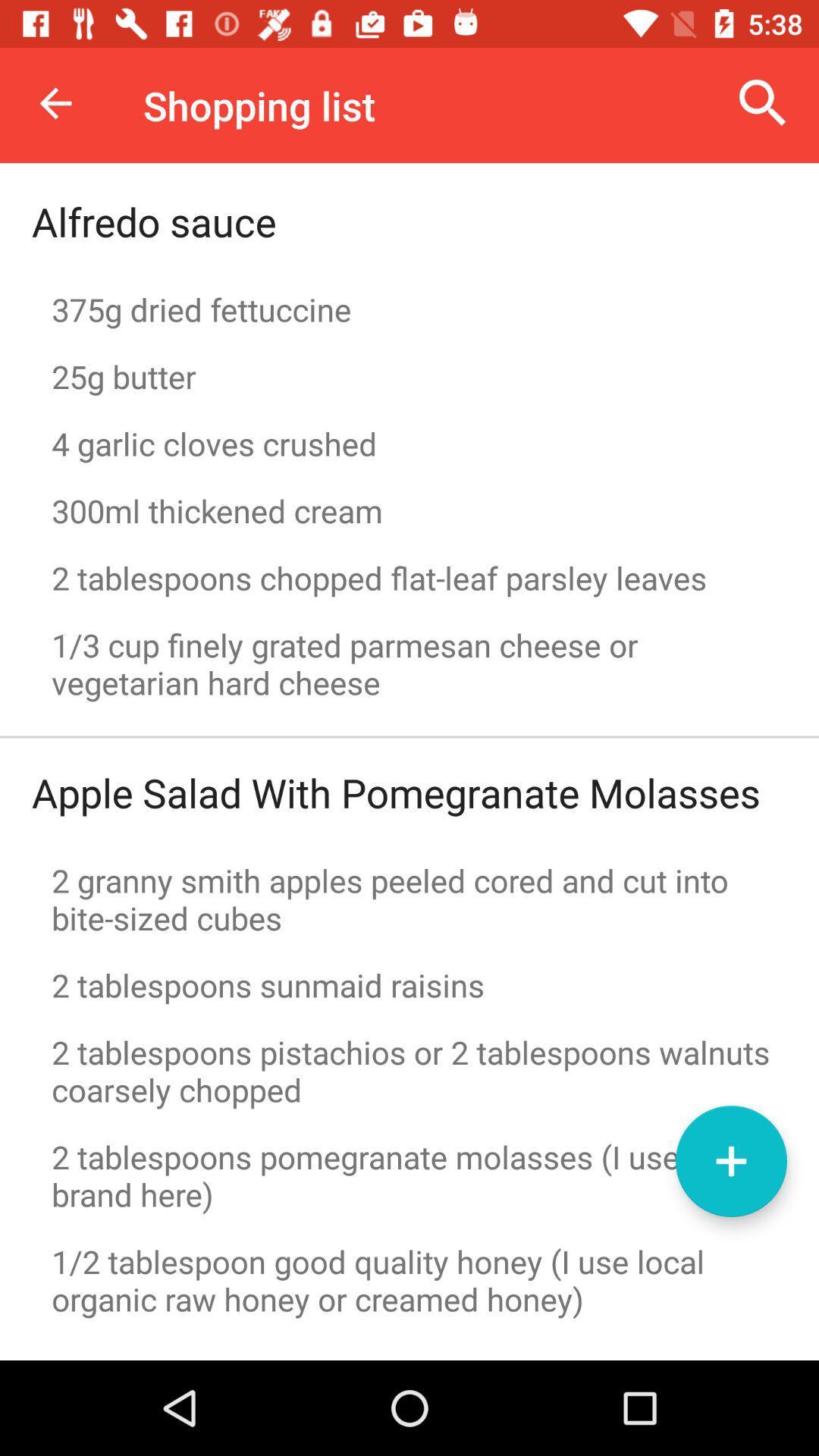 The image size is (819, 1456). Describe the element at coordinates (763, 102) in the screenshot. I see `item to the right of the shopping list` at that location.